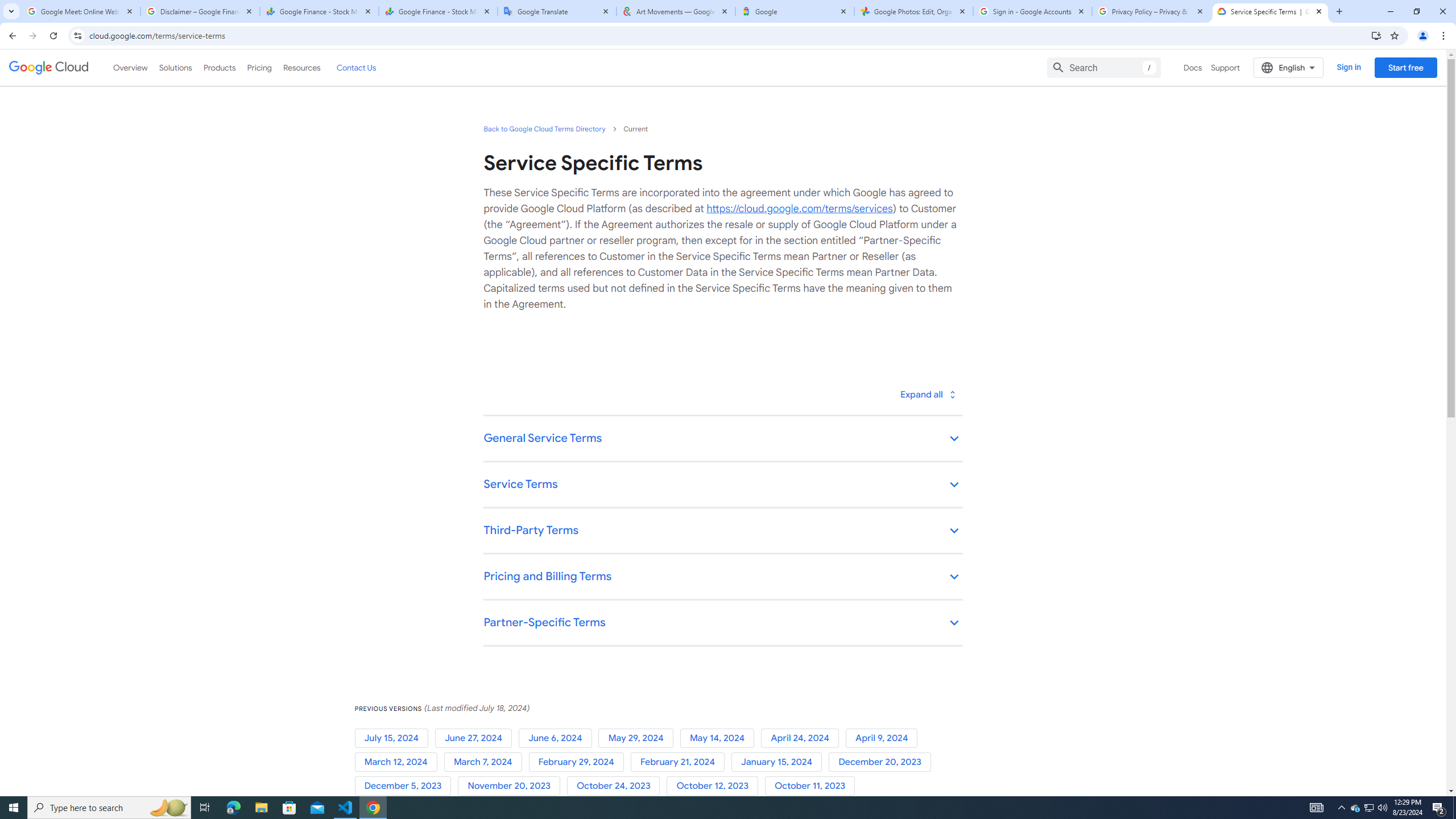 The width and height of the screenshot is (1456, 819). Describe the element at coordinates (795, 11) in the screenshot. I see `'Google'` at that location.